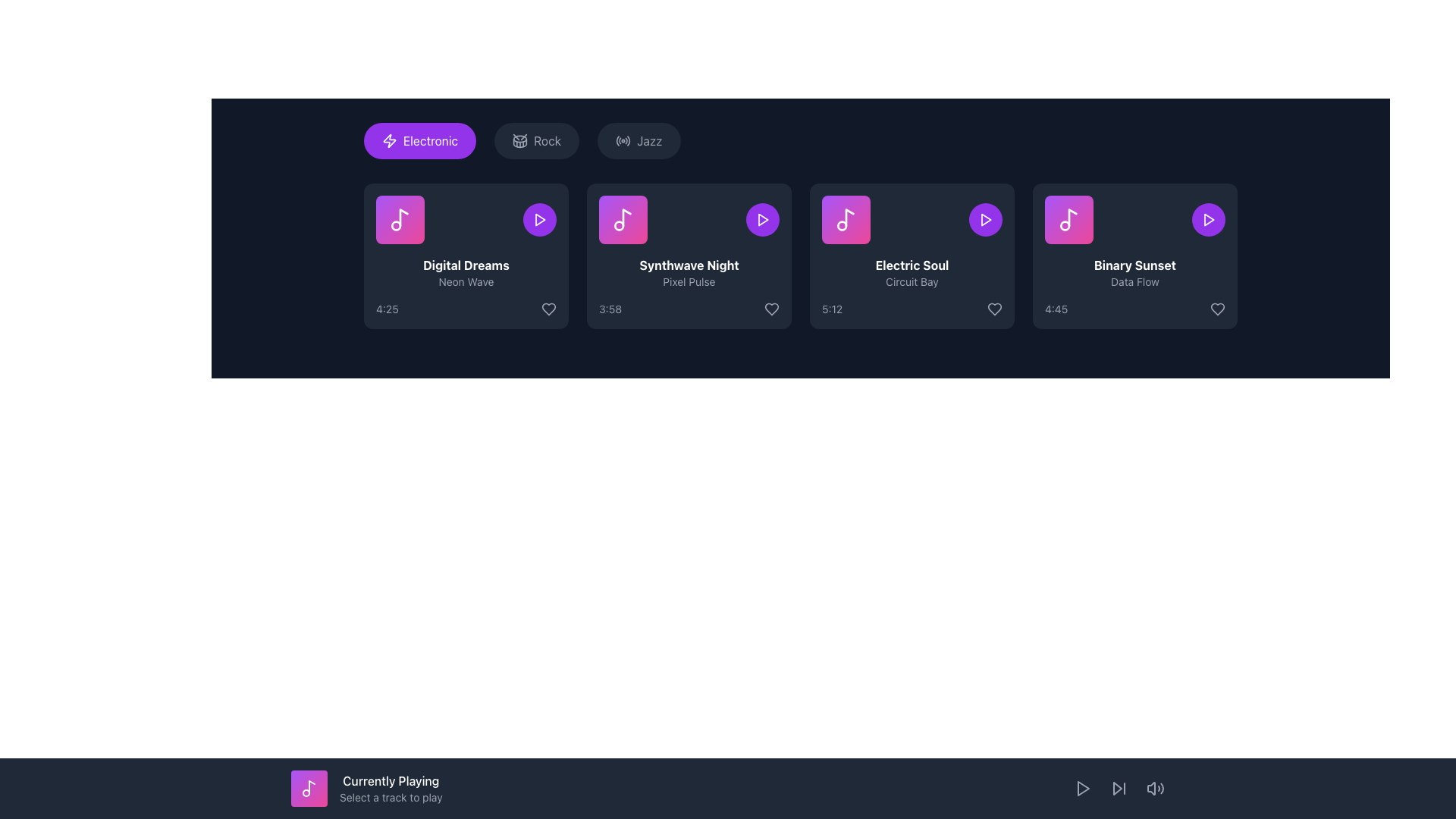  I want to click on the Information Card representing the music track selection, which is the second card in a grid layout, so click(688, 256).